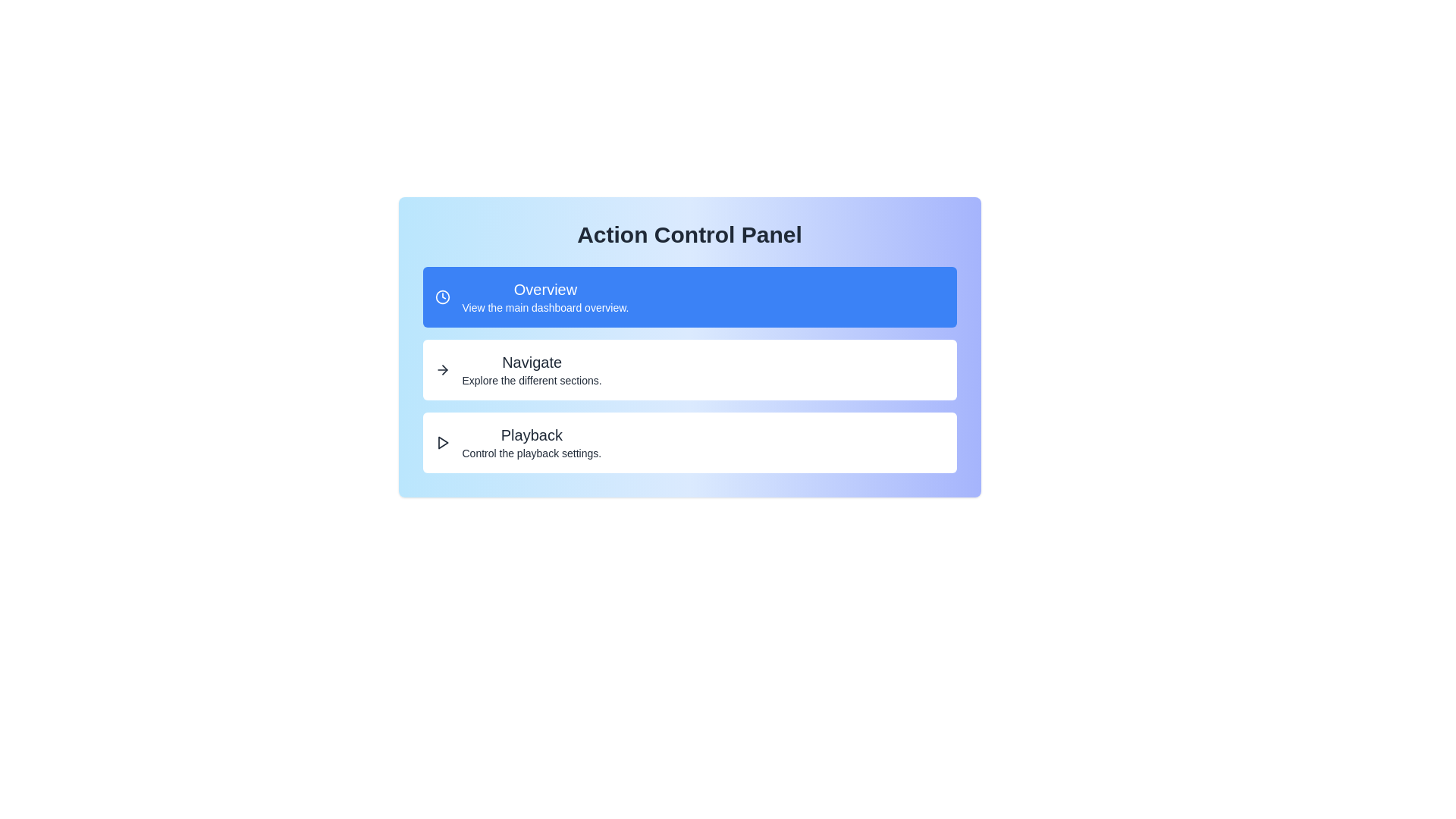  I want to click on the first button in the vertical stack of the 'Action Control Panel', so click(689, 297).